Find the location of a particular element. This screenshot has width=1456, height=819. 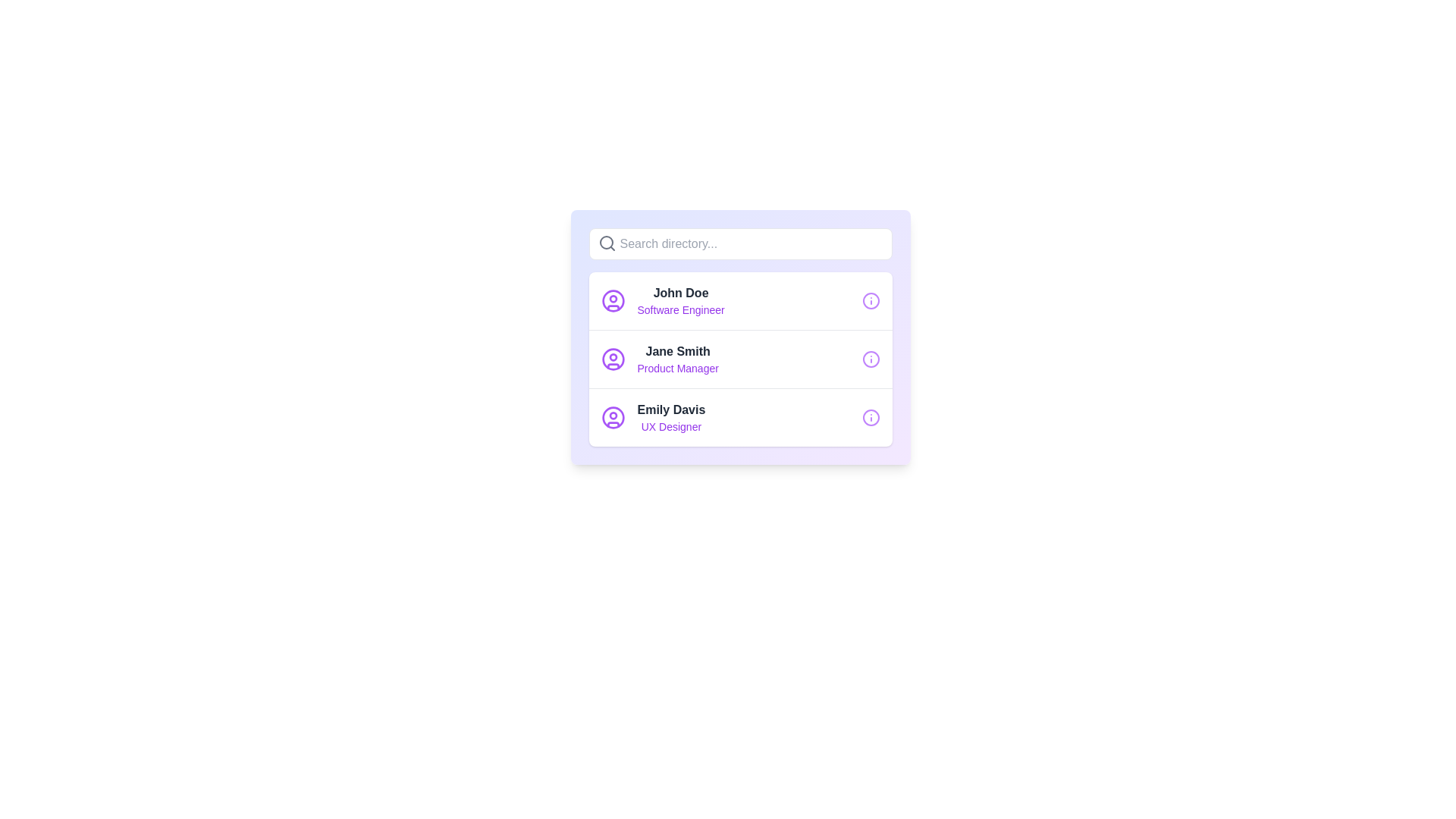

static text label indicating the professional role 'UX Designer' of Emily Davis, which is located directly below her name in the third entry of the vertical profile list is located at coordinates (670, 427).